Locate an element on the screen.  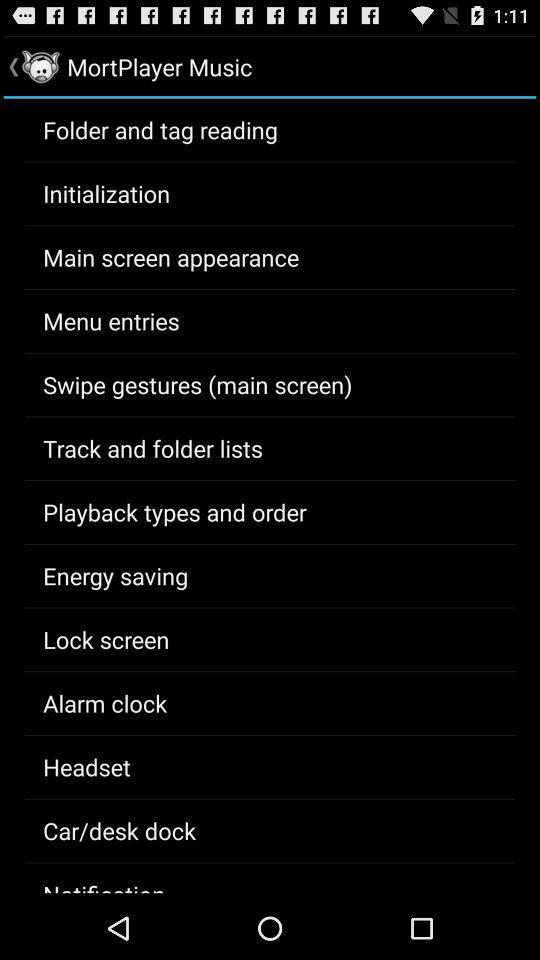
app below the headset item is located at coordinates (119, 830).